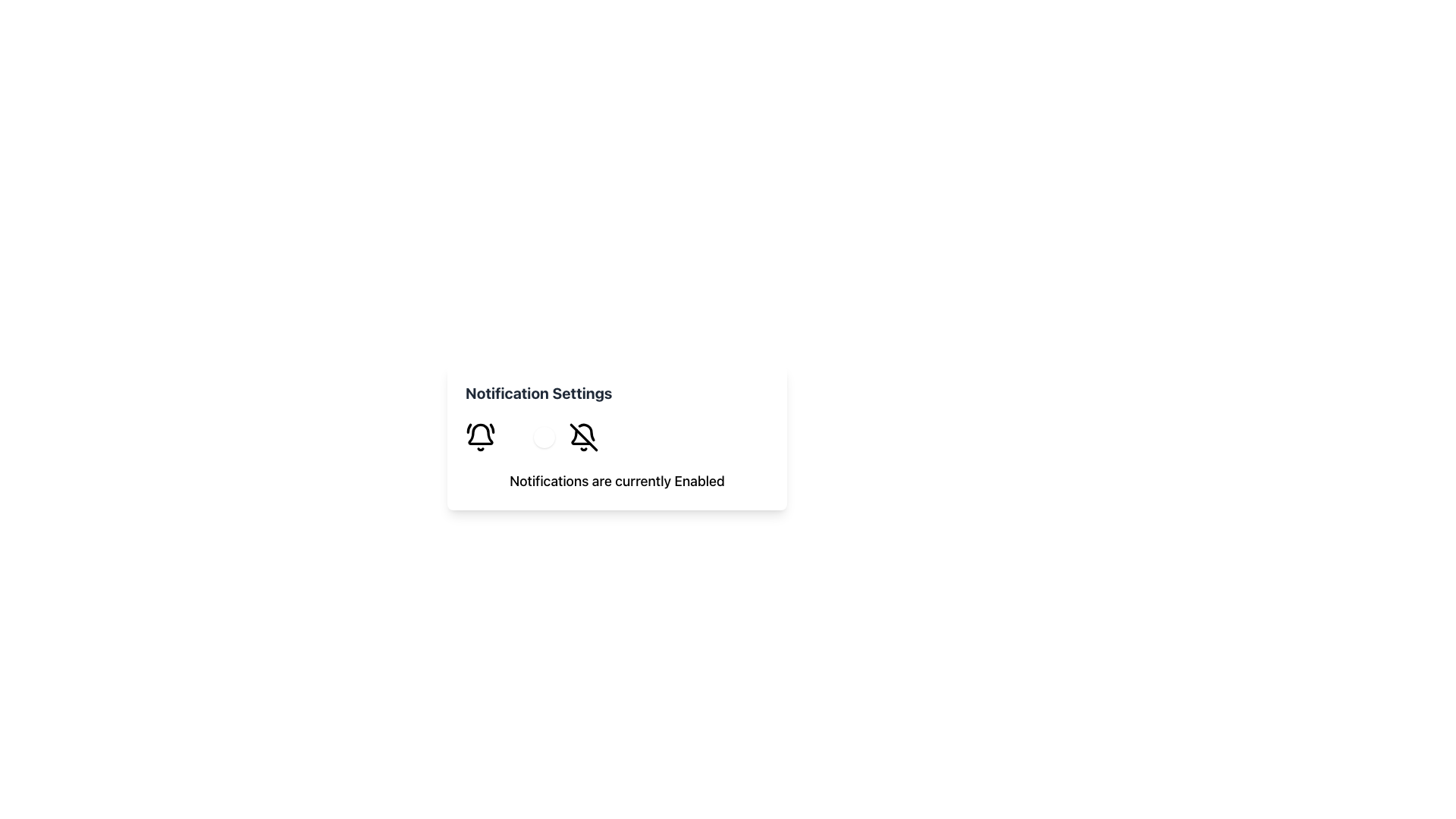  Describe the element at coordinates (617, 438) in the screenshot. I see `the Interactive Toggle Menu located below 'Notification Settings'` at that location.